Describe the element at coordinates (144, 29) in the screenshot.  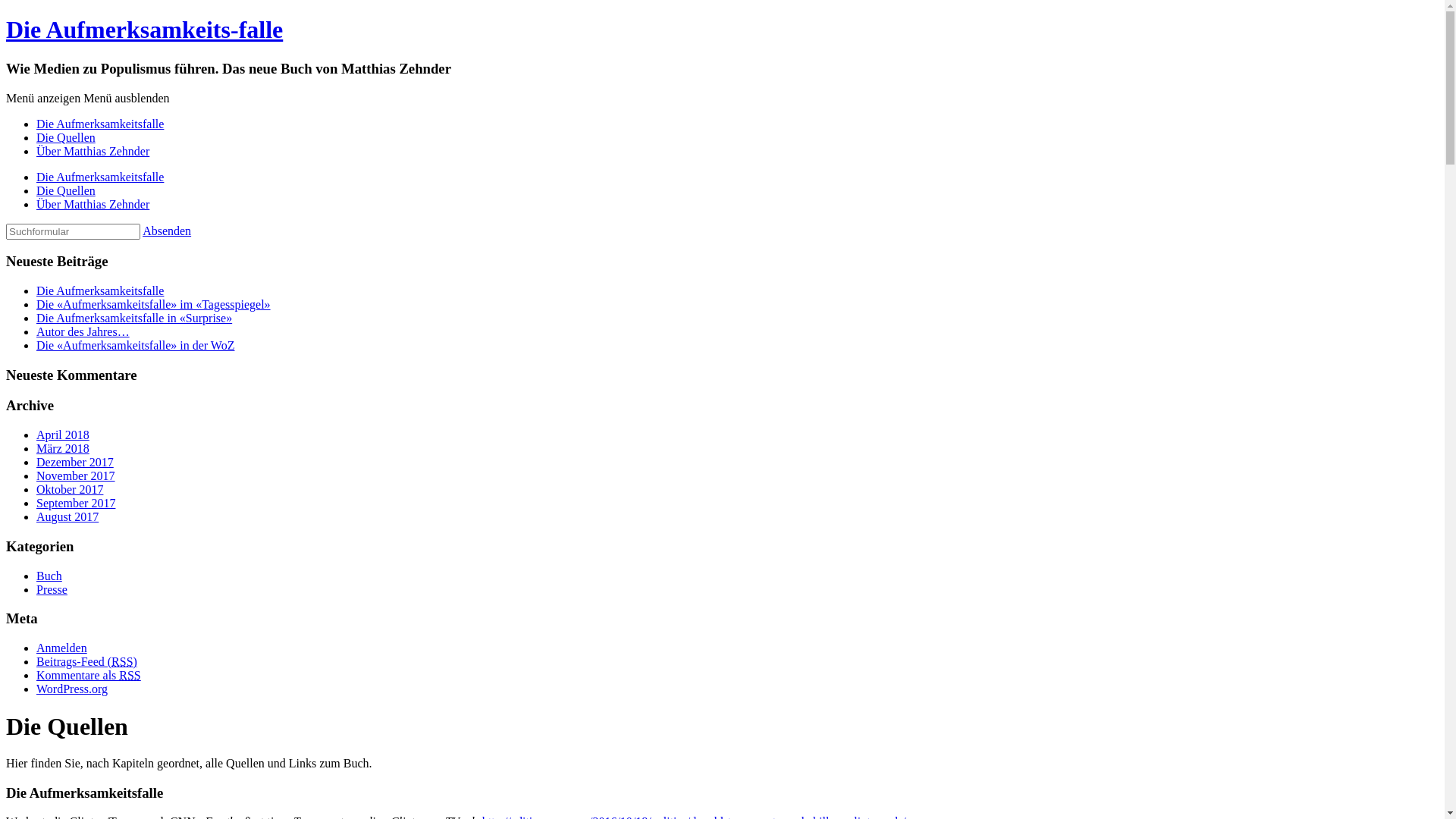
I see `'Die Aufmerksamkeits-falle'` at that location.